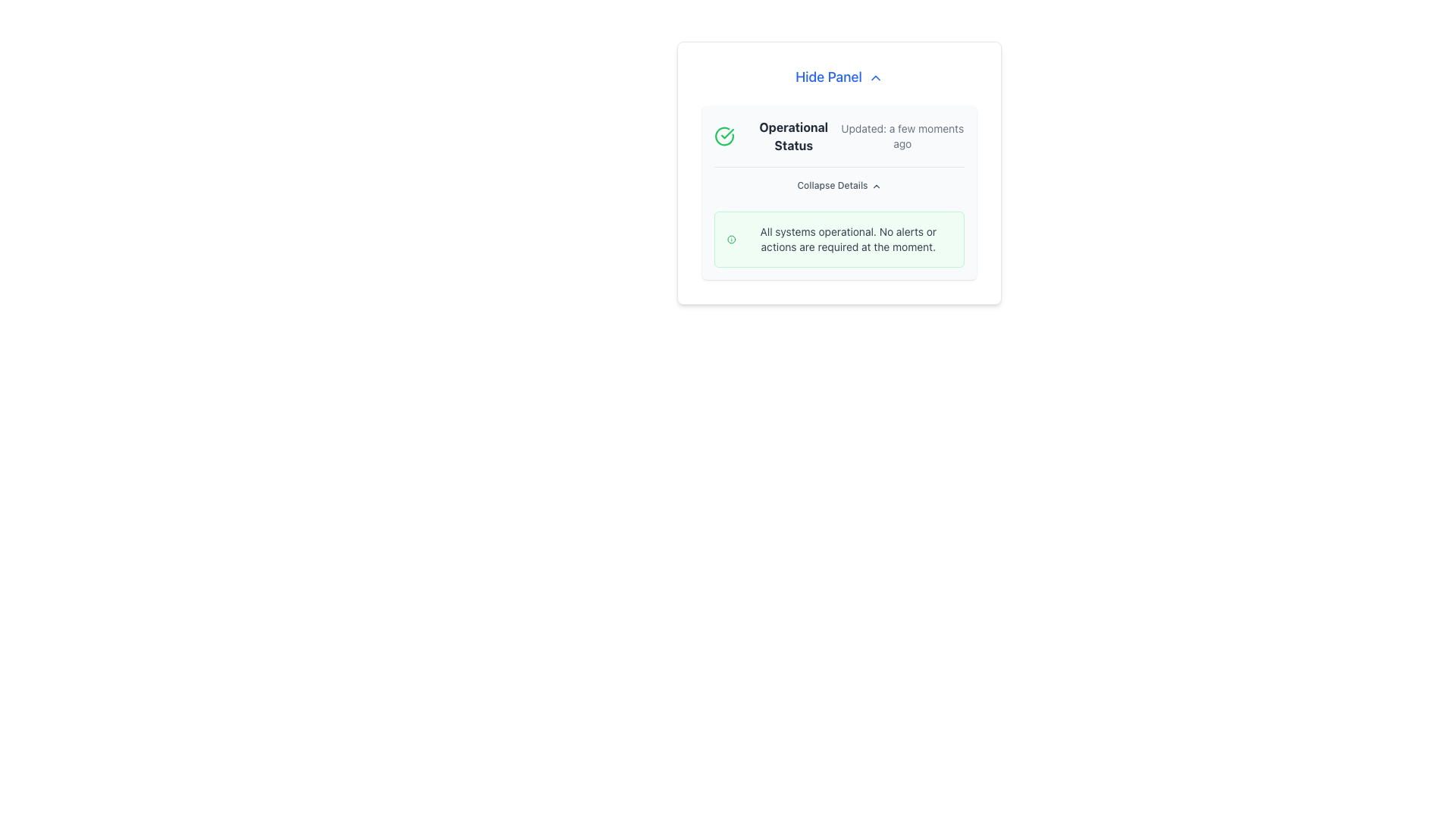 This screenshot has height=819, width=1456. I want to click on the informational indicator icon located in the upper-left corner of the notification box, adjacent to the message 'All systems operational. No alerts or actions are required at the moment.', so click(731, 239).